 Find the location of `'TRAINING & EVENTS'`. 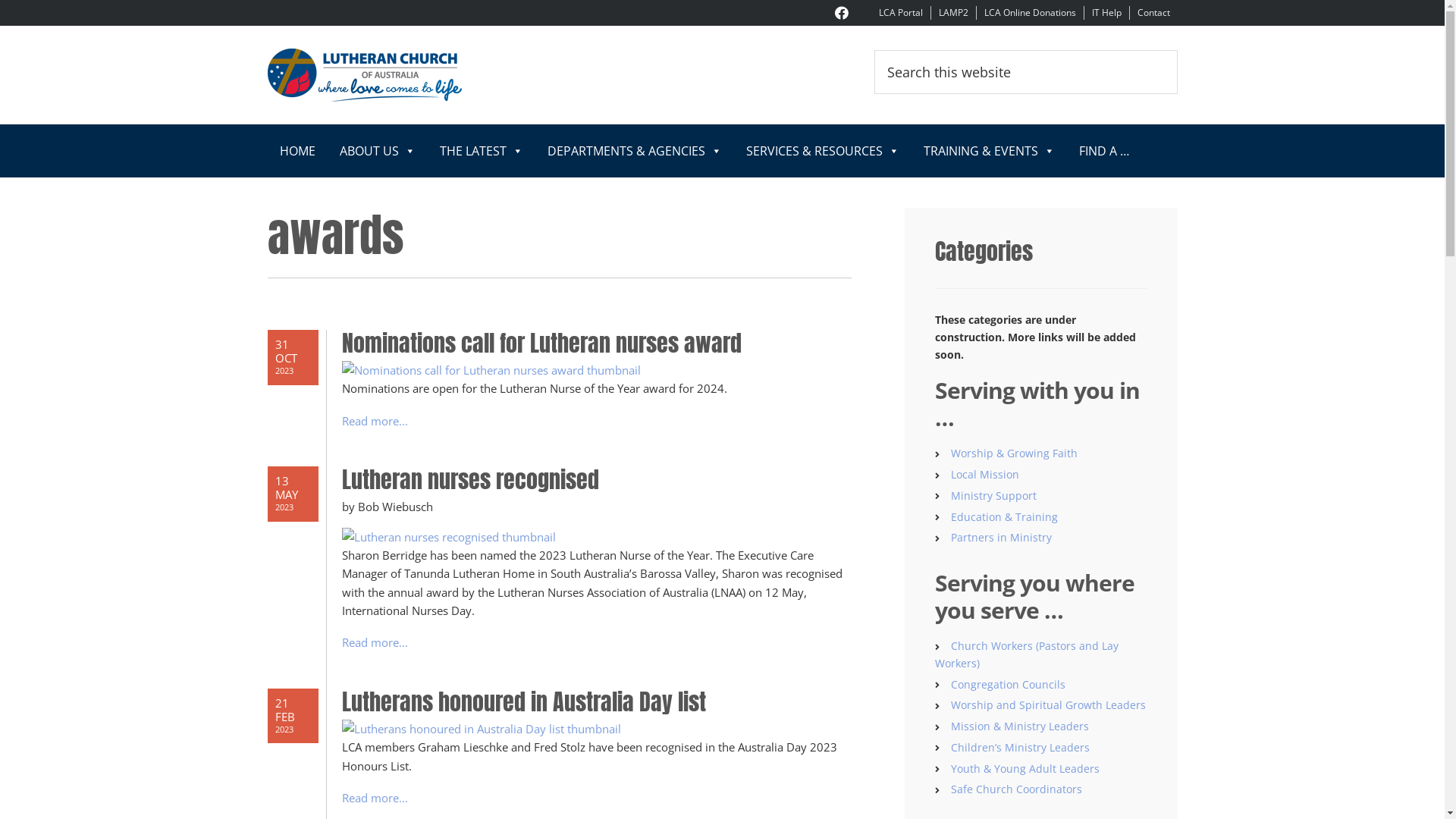

'TRAINING & EVENTS' is located at coordinates (989, 151).